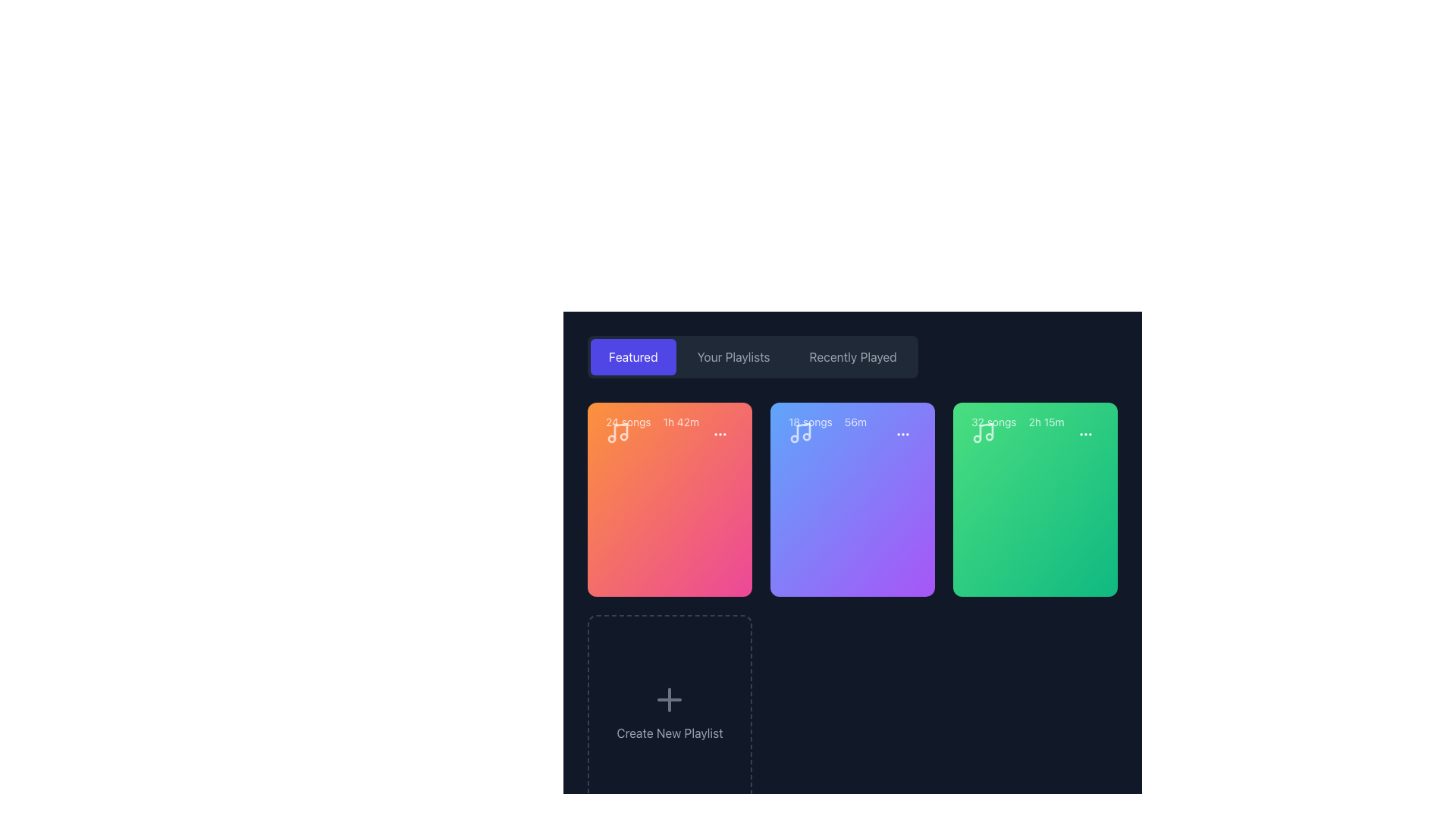 This screenshot has height=819, width=1456. Describe the element at coordinates (803, 431) in the screenshot. I see `the vertical music note icon` at that location.